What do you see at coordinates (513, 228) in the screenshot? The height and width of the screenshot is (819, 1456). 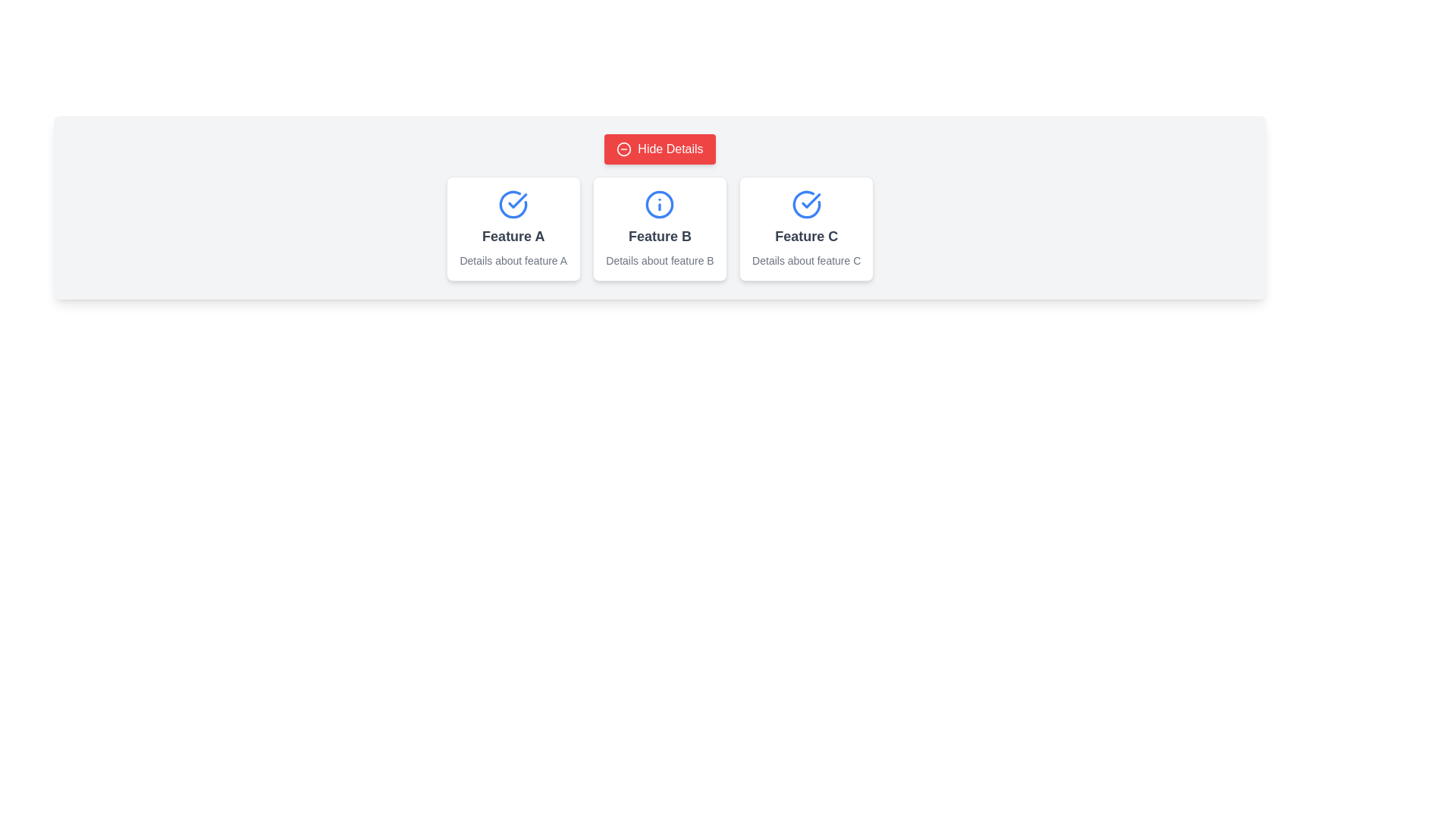 I see `the Information card displaying details about 'Feature A', which is the leftmost card in a set of three horizontally aligned cards` at bounding box center [513, 228].